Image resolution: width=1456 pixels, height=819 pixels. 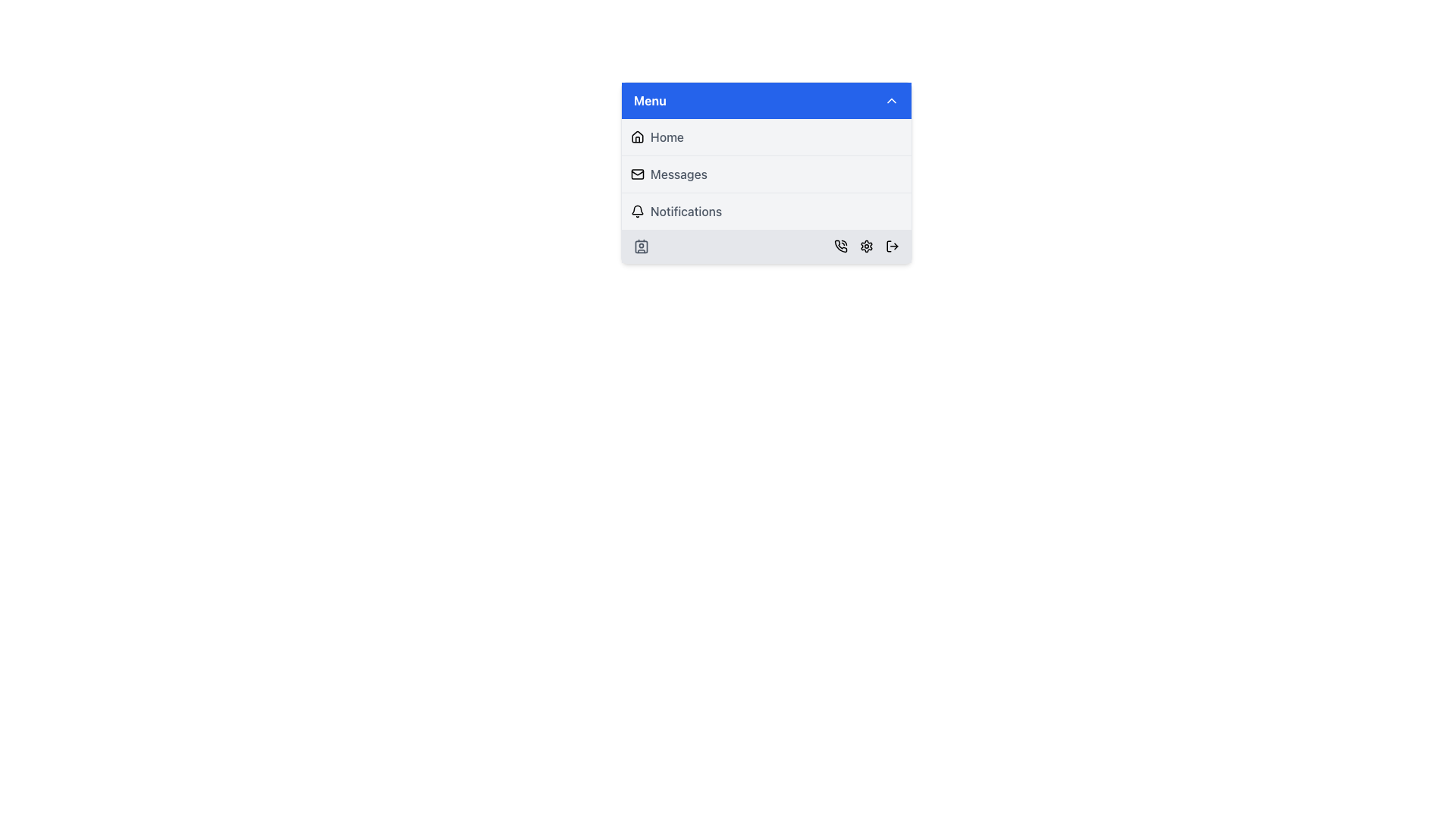 I want to click on the 'Home' button located at the top of the menu dropdown, which is the first item above 'Messages' and 'Notifications', so click(x=767, y=137).